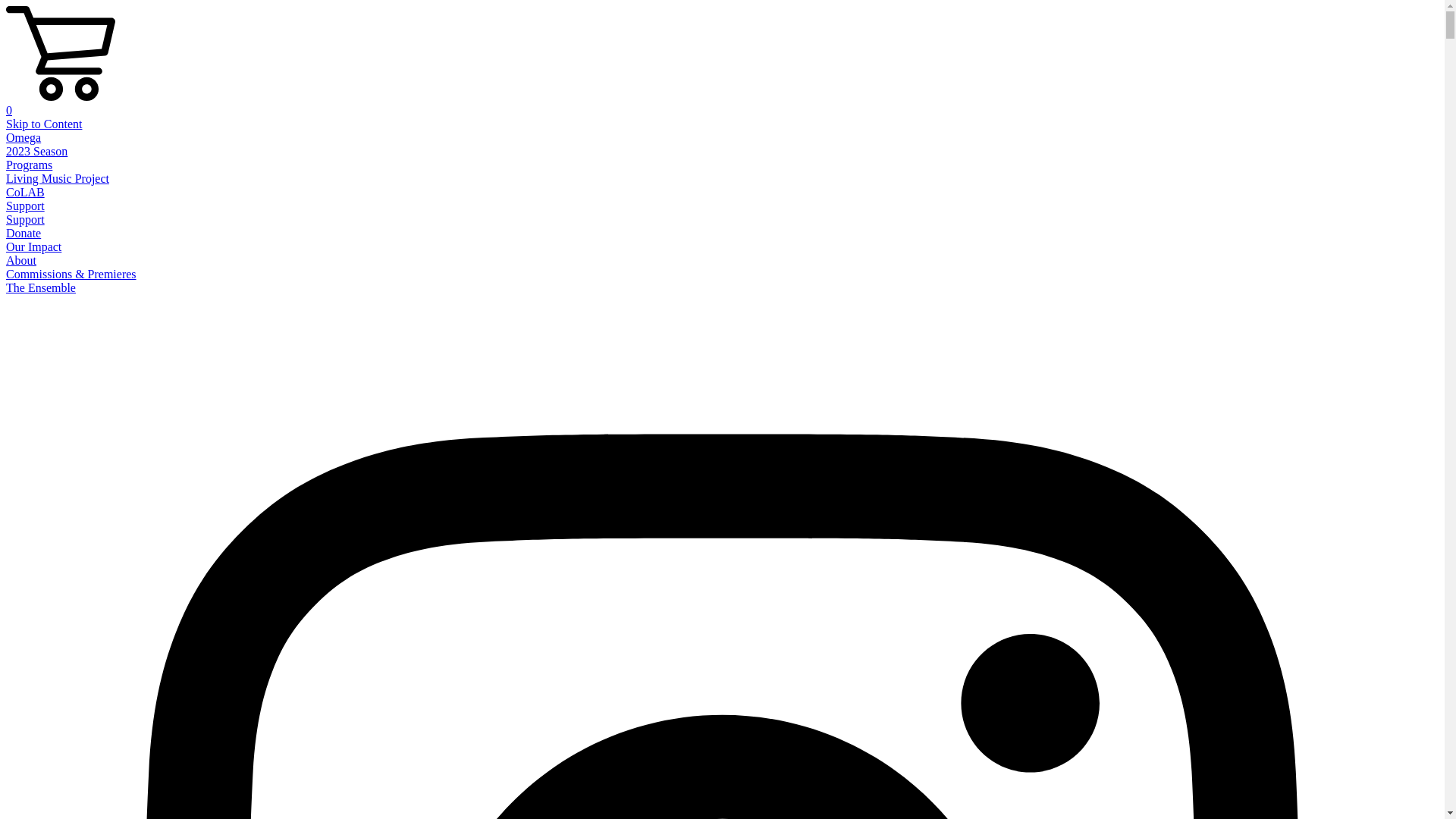 Image resolution: width=1456 pixels, height=819 pixels. I want to click on 'CoLAB', so click(25, 191).